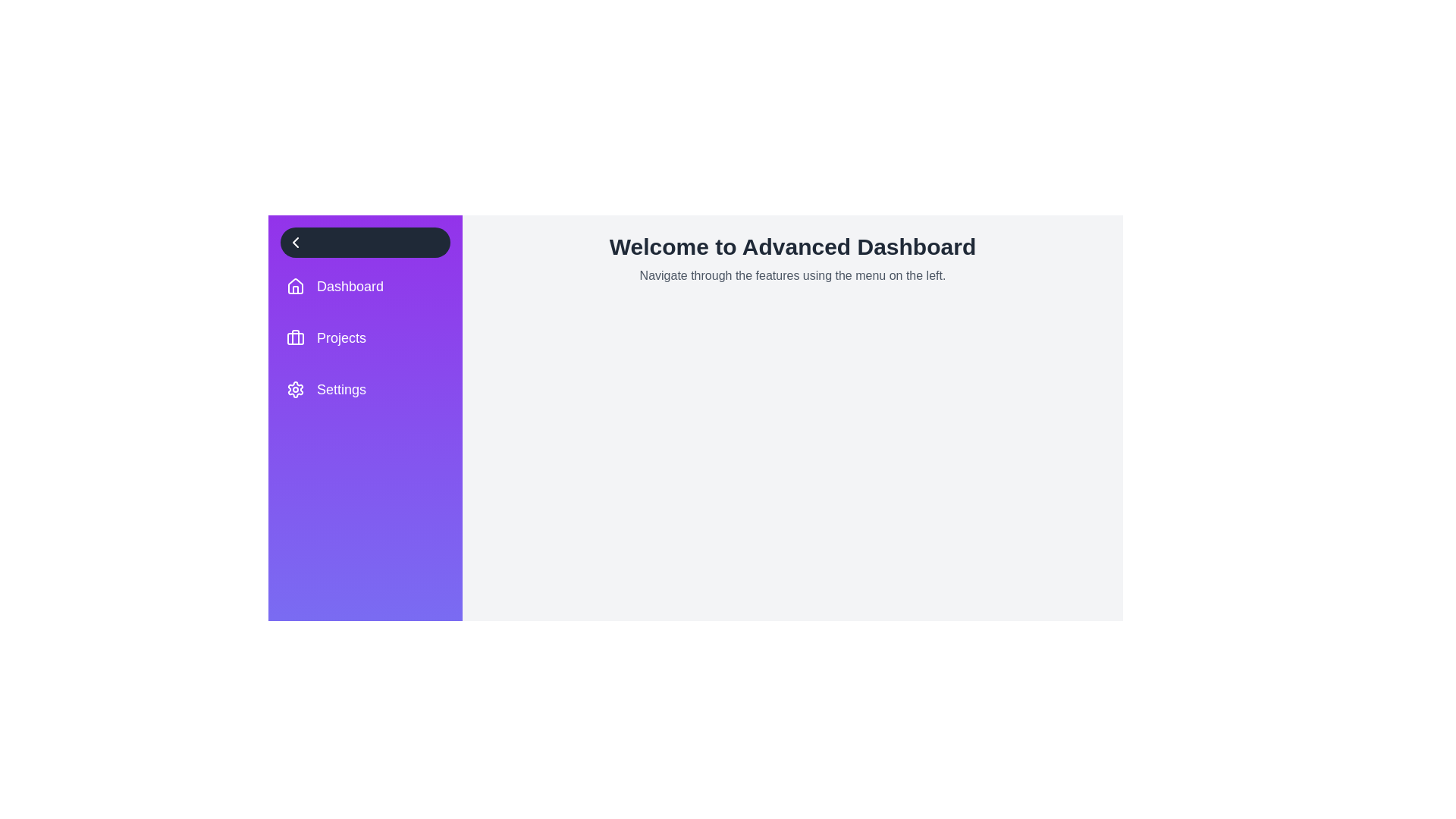 The image size is (1456, 819). I want to click on the menu item Dashboard to inspect its feedback, so click(365, 287).